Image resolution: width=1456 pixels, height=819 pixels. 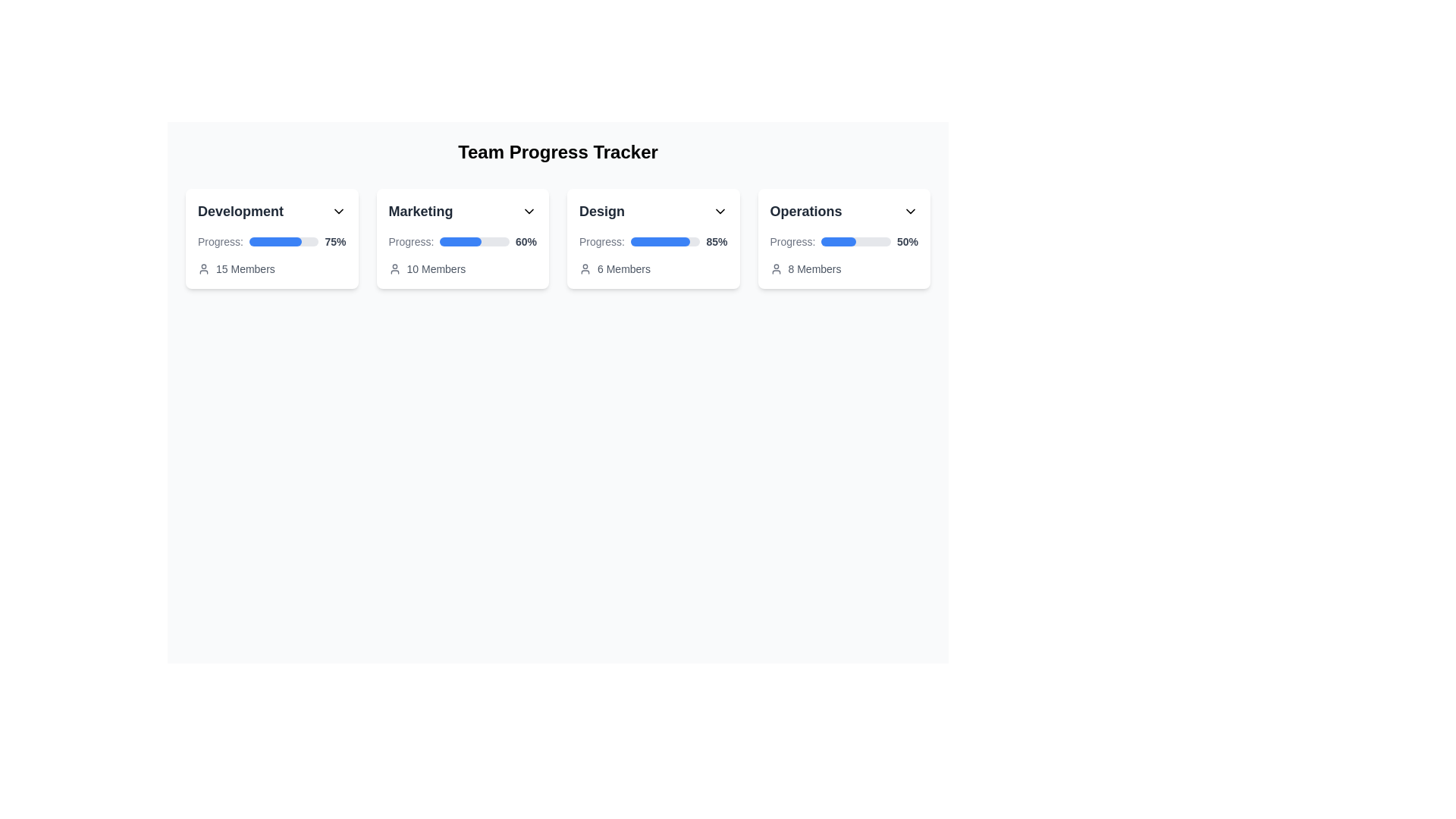 What do you see at coordinates (910, 211) in the screenshot?
I see `the downward-pointing chevron icon located on the far right of the 'Operations' panel header` at bounding box center [910, 211].